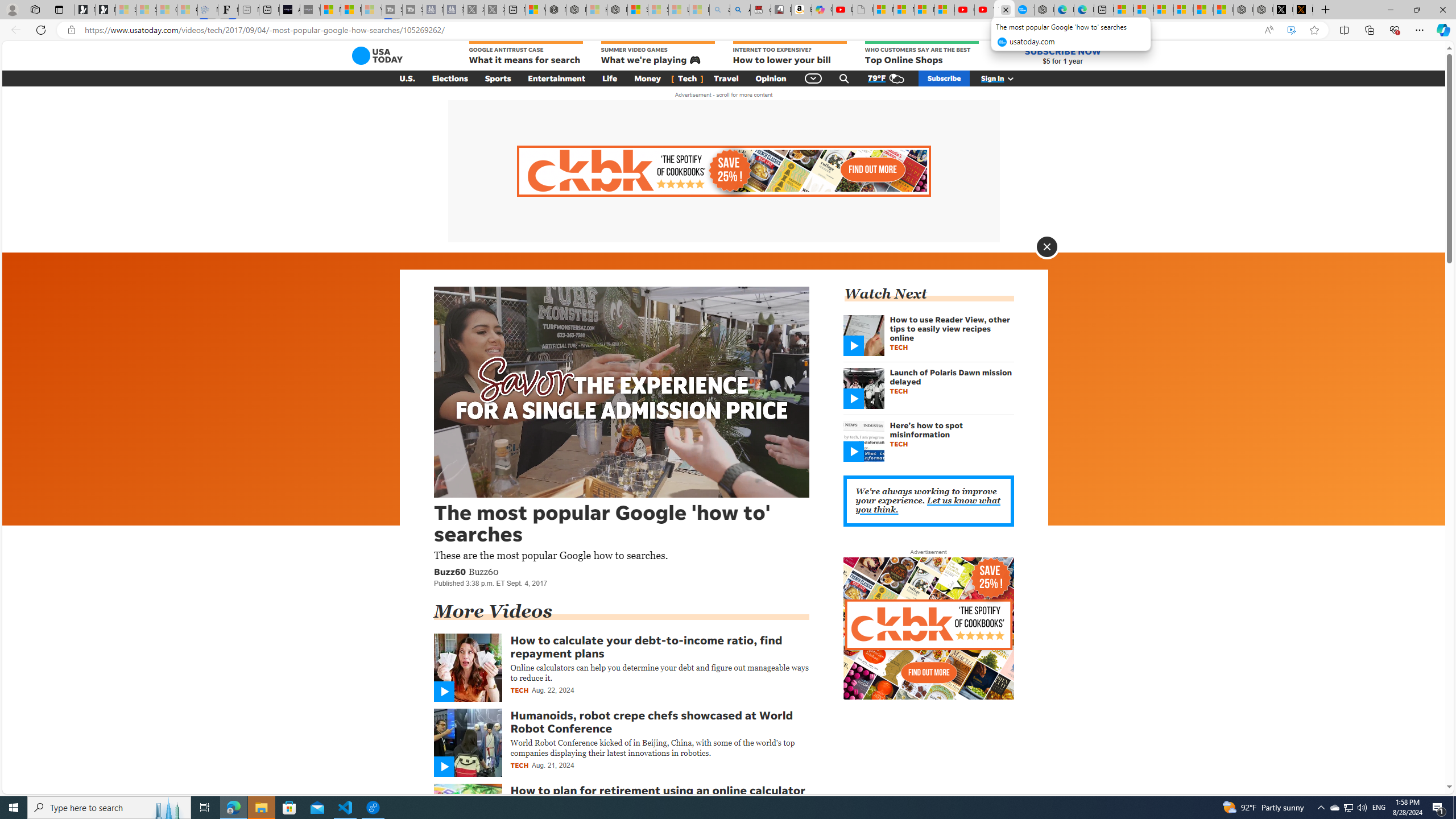  Describe the element at coordinates (964, 9) in the screenshot. I see `'Gloom - YouTube'` at that location.